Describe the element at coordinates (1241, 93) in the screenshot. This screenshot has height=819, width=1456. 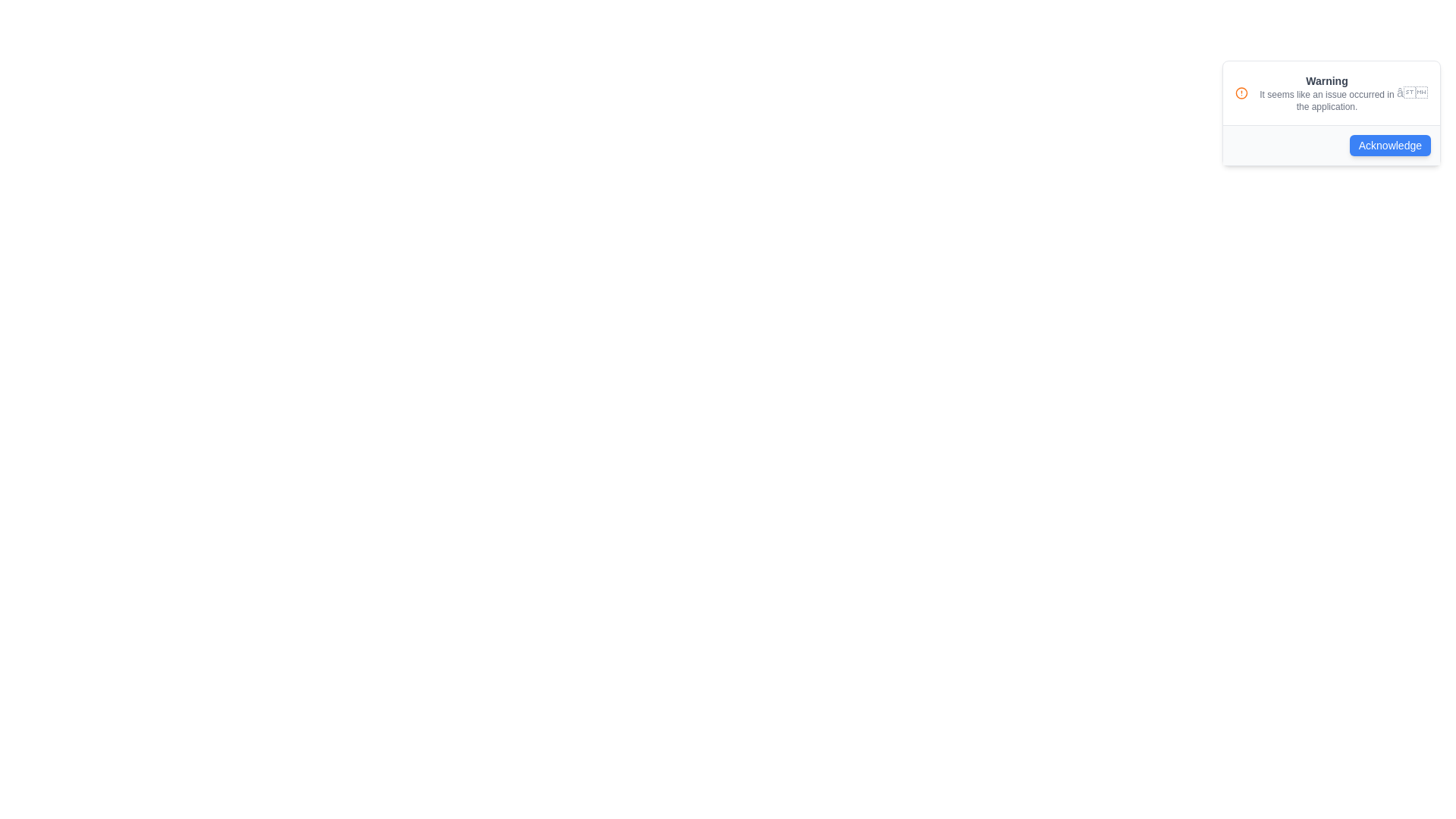
I see `the circular orange icon with an exclamation mark that is positioned to the left of the warning message` at that location.